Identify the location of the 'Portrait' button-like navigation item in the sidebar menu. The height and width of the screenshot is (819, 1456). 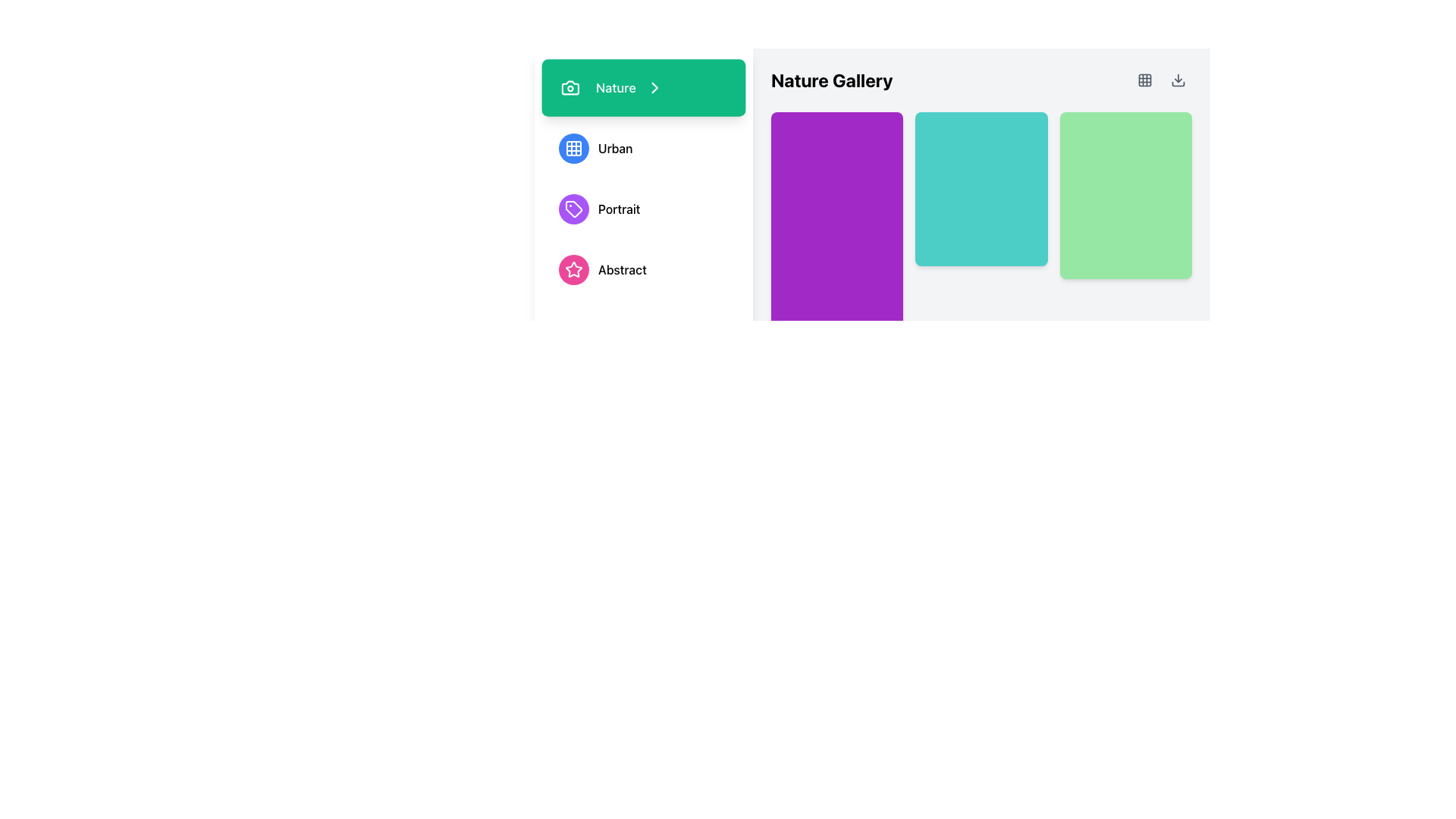
(644, 209).